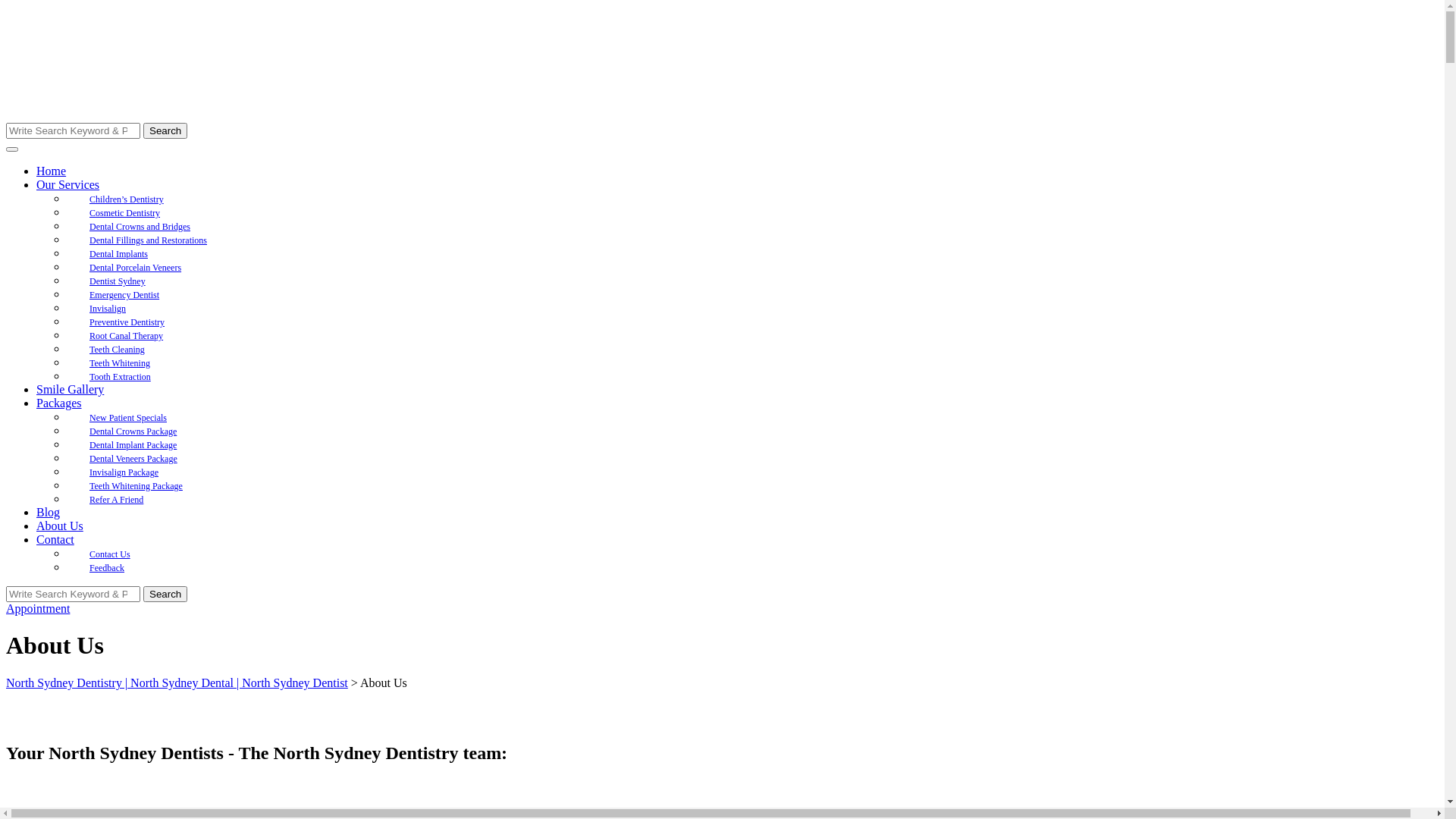 Image resolution: width=1456 pixels, height=819 pixels. I want to click on 'Refer A Friend', so click(65, 500).